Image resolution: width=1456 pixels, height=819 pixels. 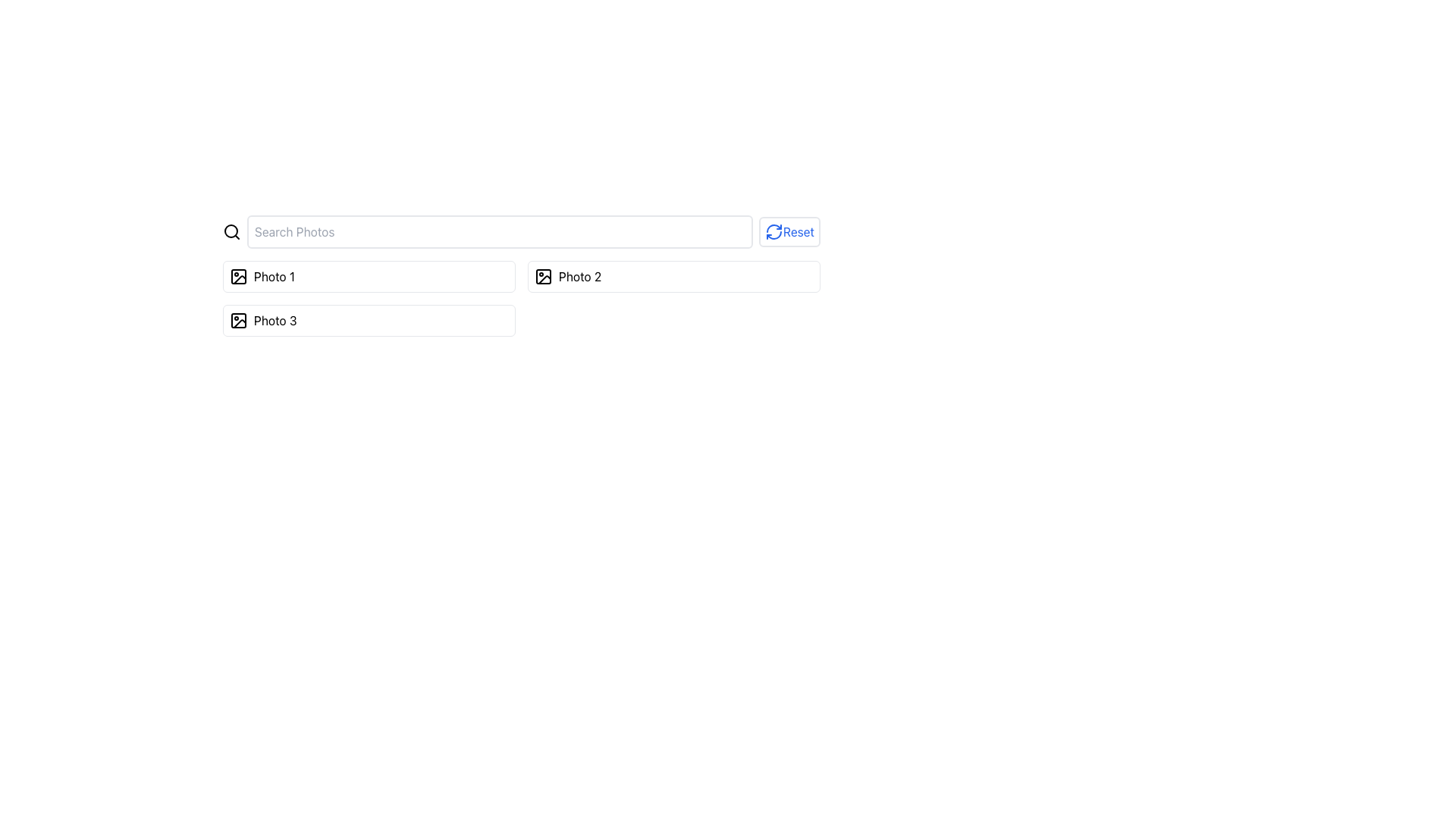 What do you see at coordinates (238, 277) in the screenshot?
I see `the image icon located in the top-left corner of the 'Photo 1' button within the photo selection panel` at bounding box center [238, 277].